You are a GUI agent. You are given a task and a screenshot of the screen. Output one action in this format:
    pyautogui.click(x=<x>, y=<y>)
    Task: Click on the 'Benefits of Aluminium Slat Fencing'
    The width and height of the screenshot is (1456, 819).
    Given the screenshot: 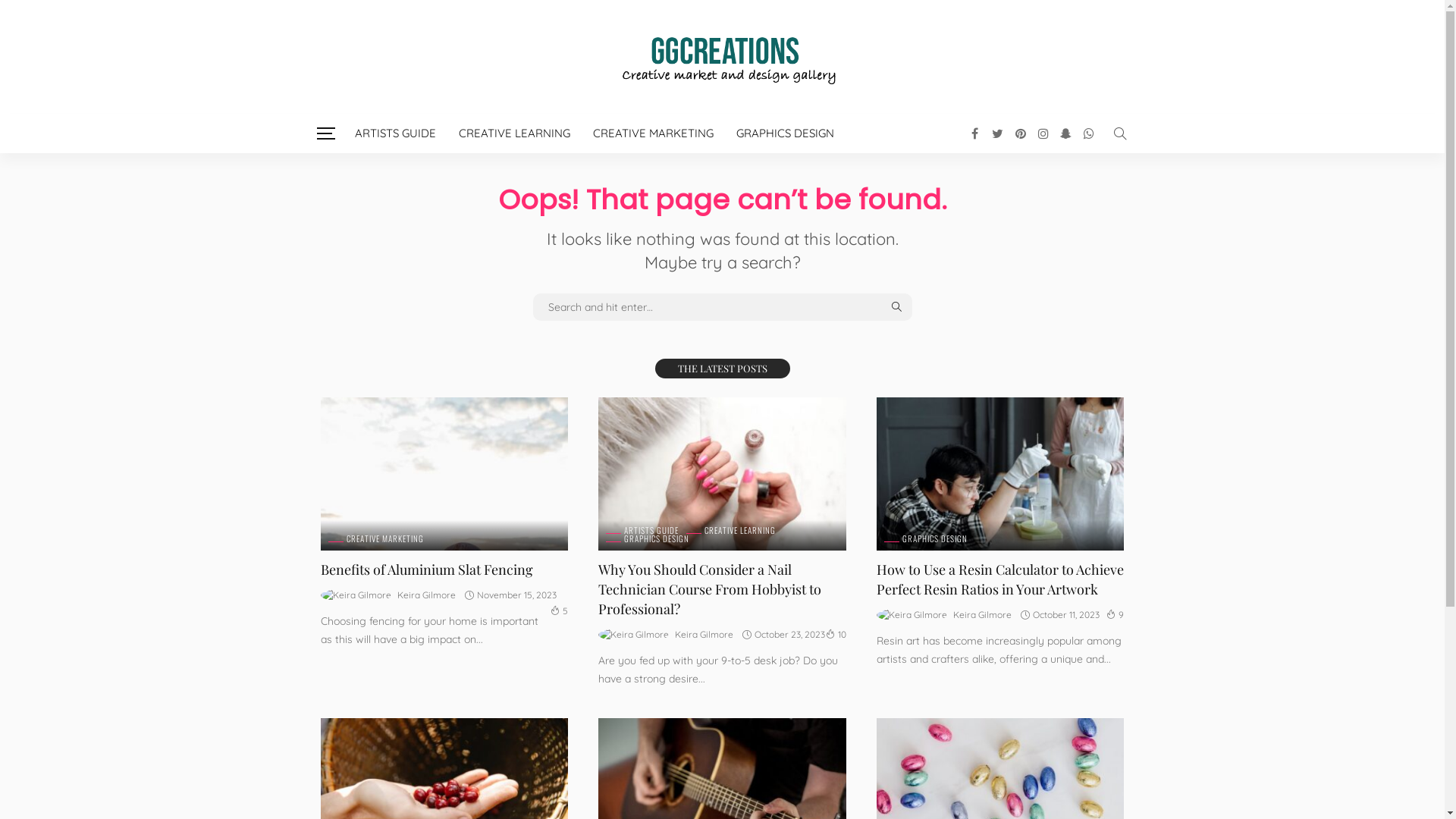 What is the action you would take?
    pyautogui.click(x=425, y=570)
    